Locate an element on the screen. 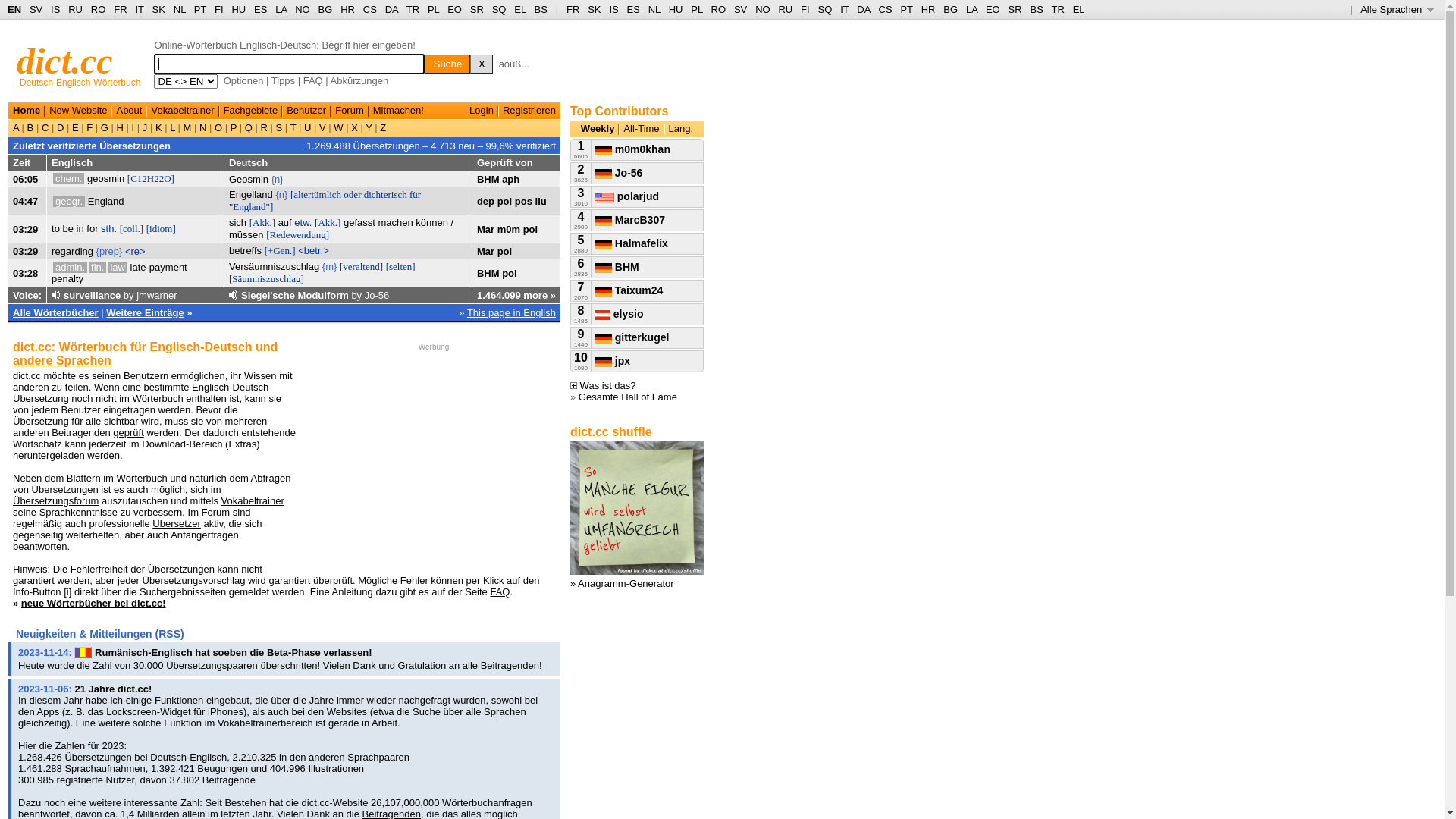  'DA' is located at coordinates (391, 9).